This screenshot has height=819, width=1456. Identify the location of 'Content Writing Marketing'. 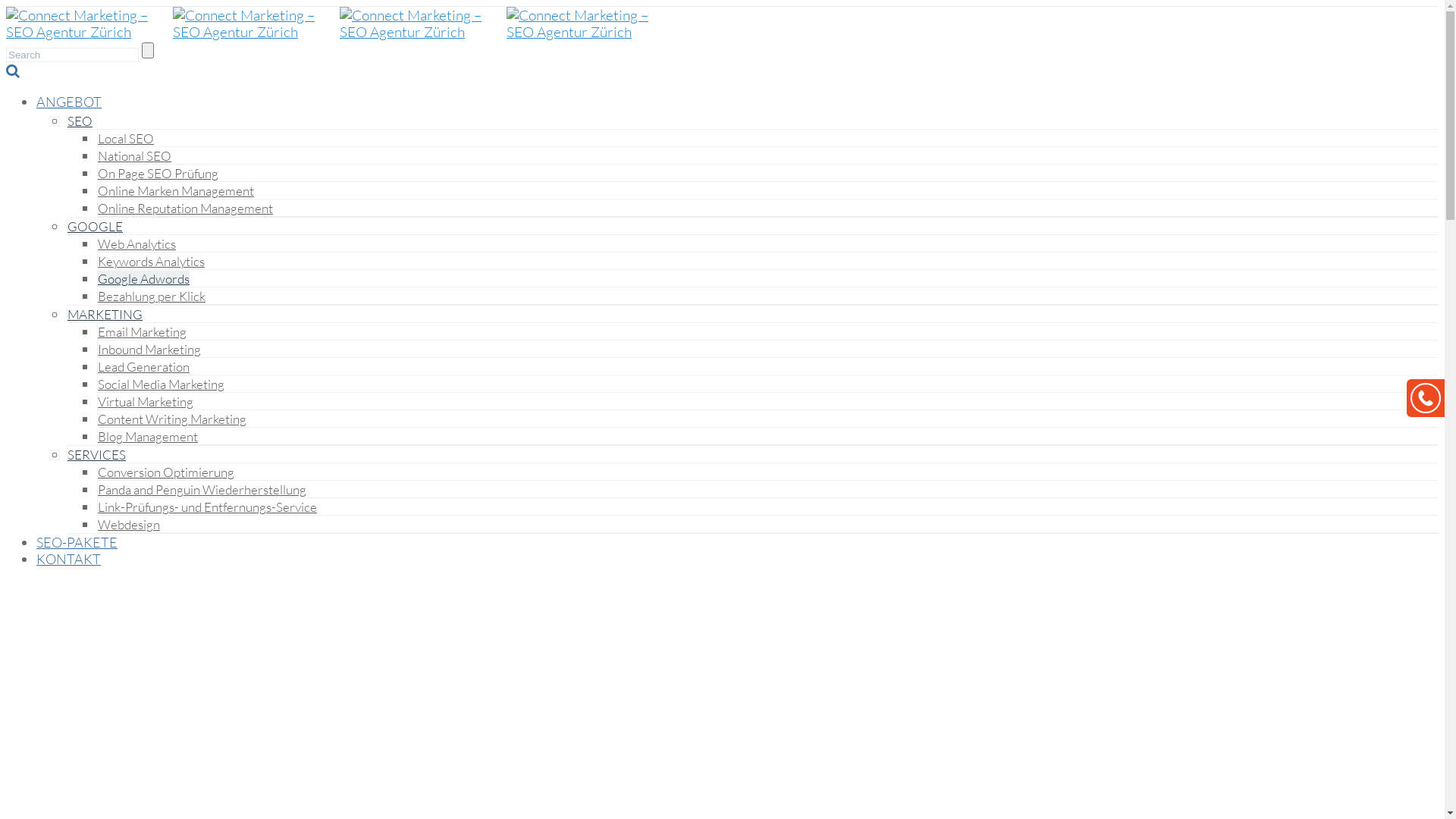
(171, 419).